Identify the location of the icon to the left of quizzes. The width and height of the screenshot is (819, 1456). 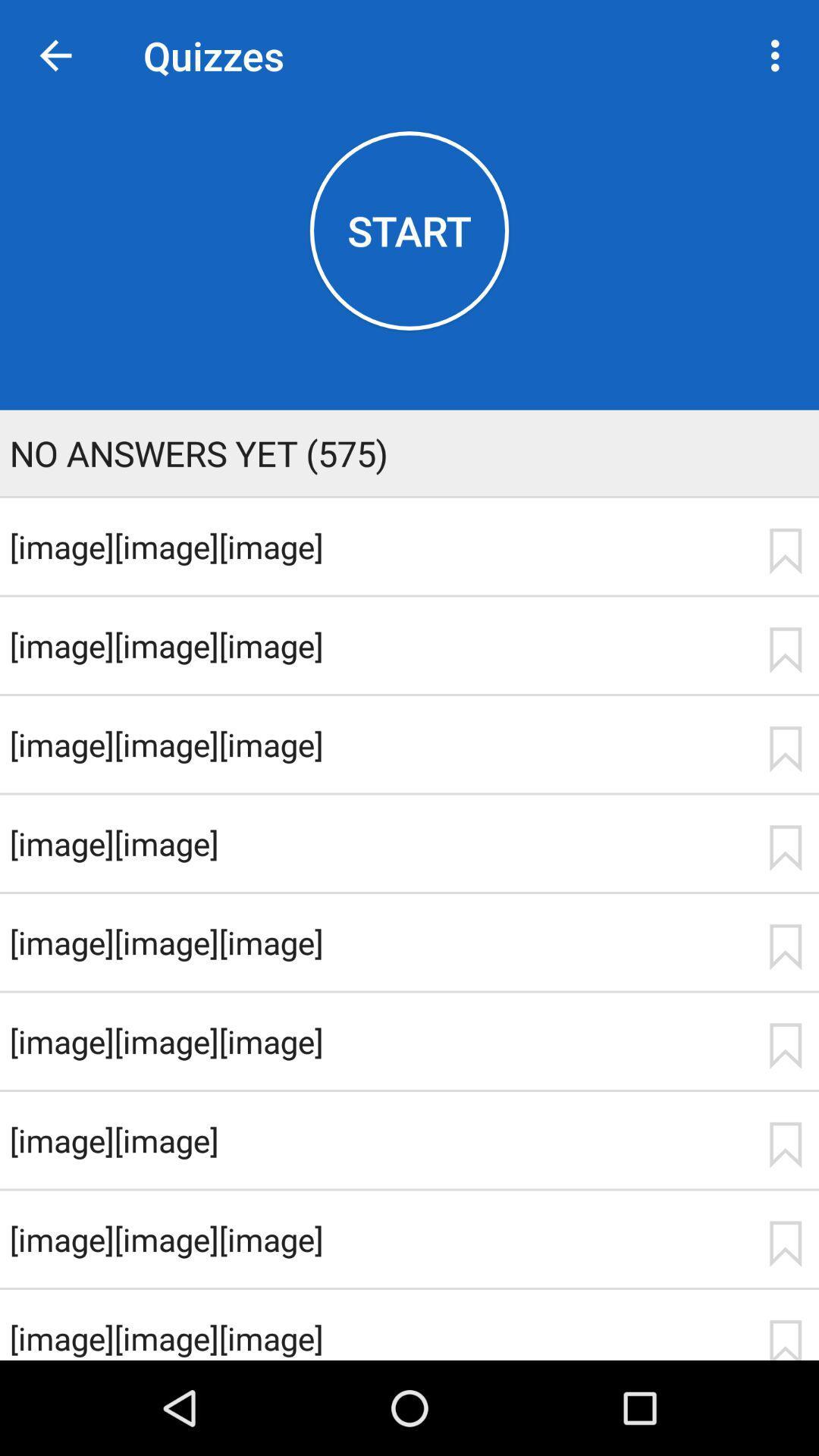
(55, 55).